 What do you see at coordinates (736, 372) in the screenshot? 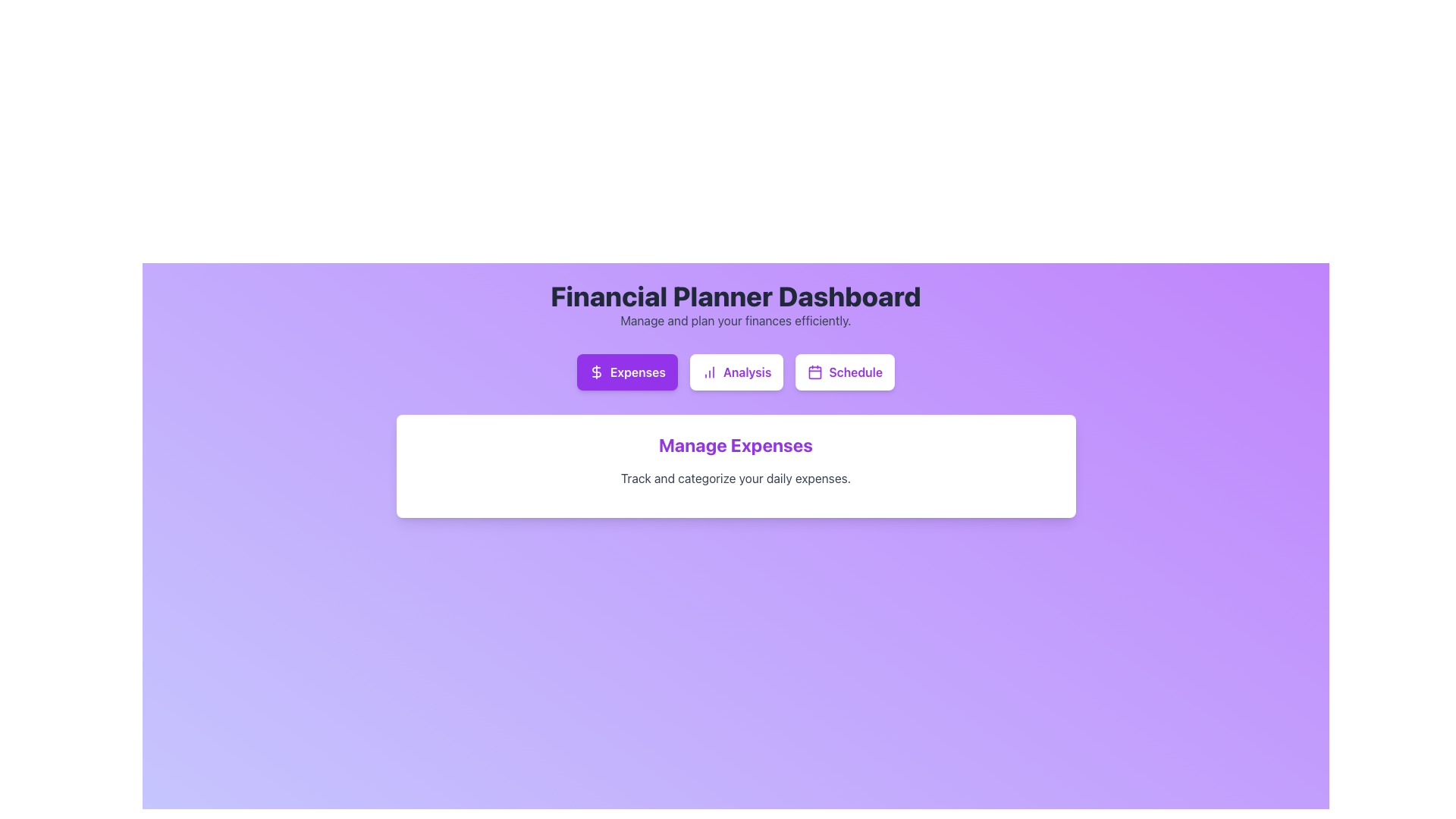
I see `the 'Expenses' button in the toolbar below the 'Financial Planner Dashboard'` at bounding box center [736, 372].